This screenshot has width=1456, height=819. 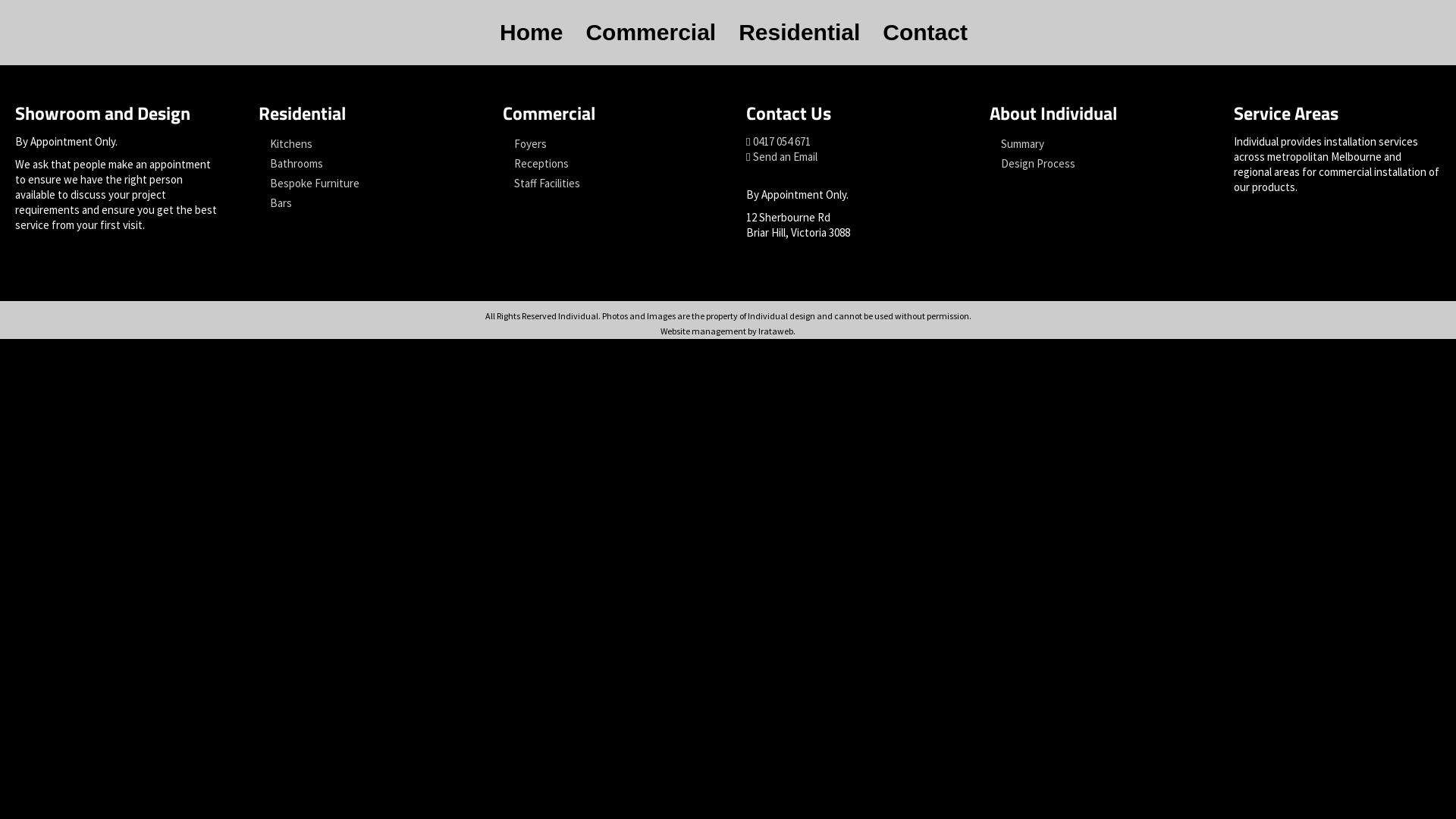 What do you see at coordinates (258, 202) in the screenshot?
I see `'Bars'` at bounding box center [258, 202].